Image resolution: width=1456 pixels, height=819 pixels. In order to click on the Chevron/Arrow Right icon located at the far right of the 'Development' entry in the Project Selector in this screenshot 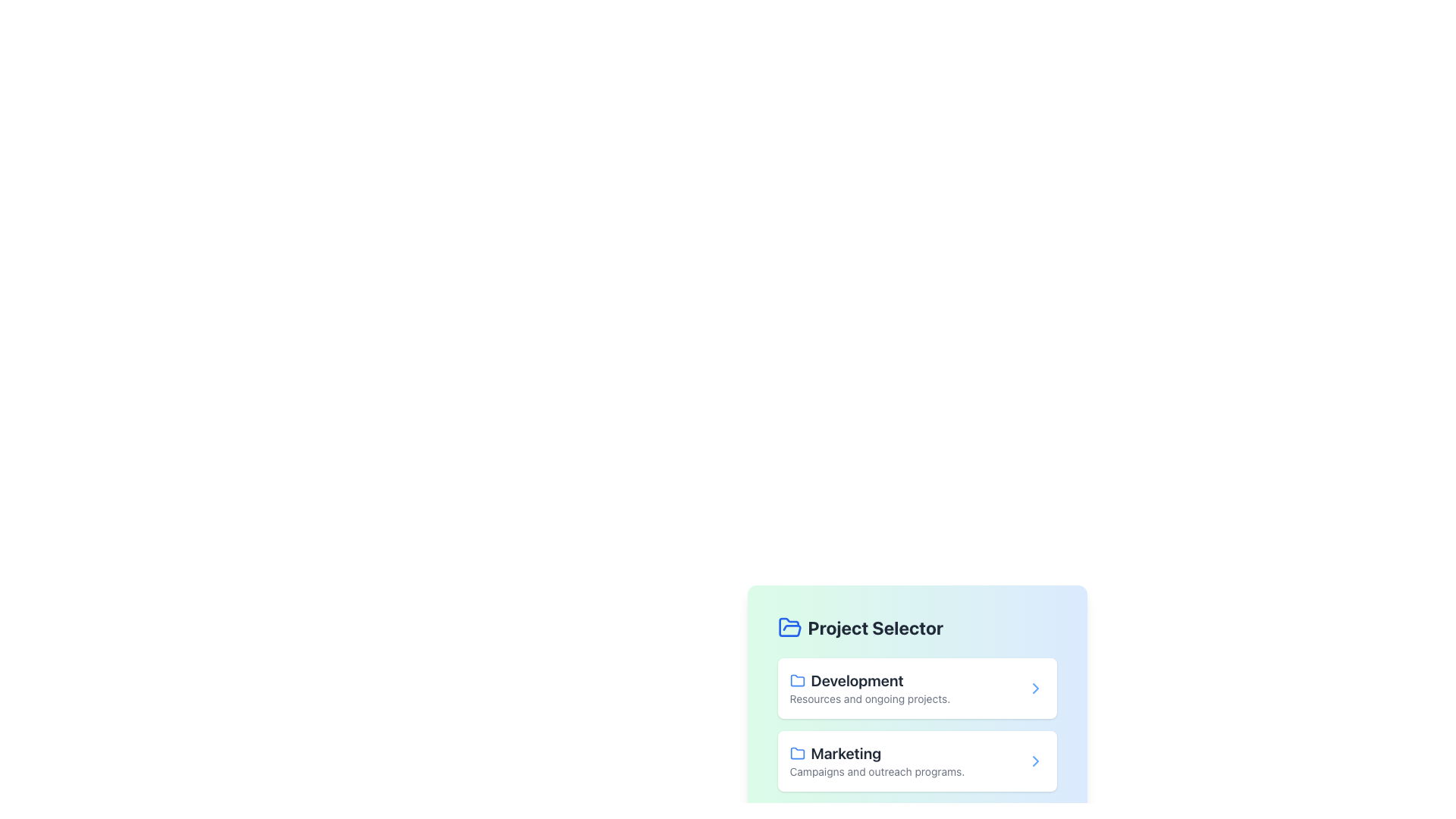, I will do `click(1034, 688)`.